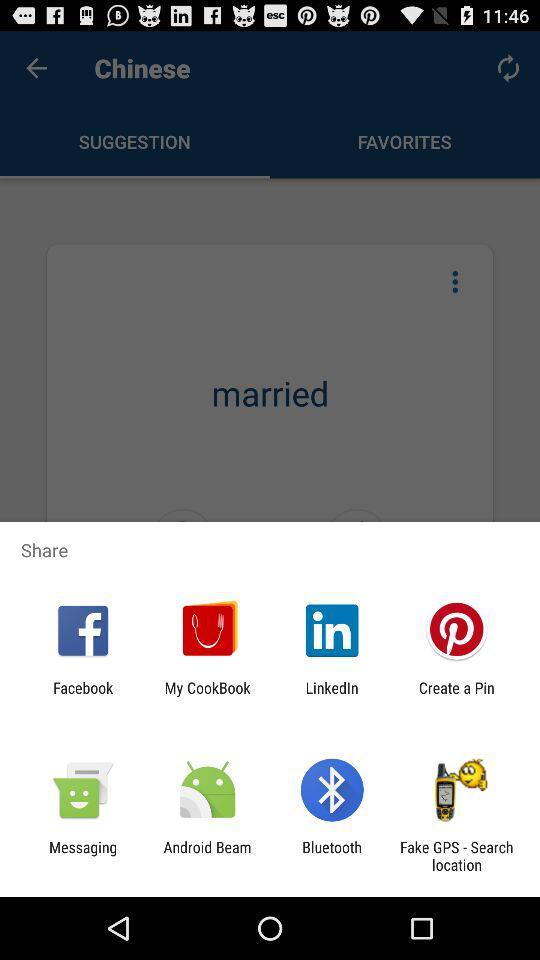 The width and height of the screenshot is (540, 960). What do you see at coordinates (332, 855) in the screenshot?
I see `bluetooth item` at bounding box center [332, 855].